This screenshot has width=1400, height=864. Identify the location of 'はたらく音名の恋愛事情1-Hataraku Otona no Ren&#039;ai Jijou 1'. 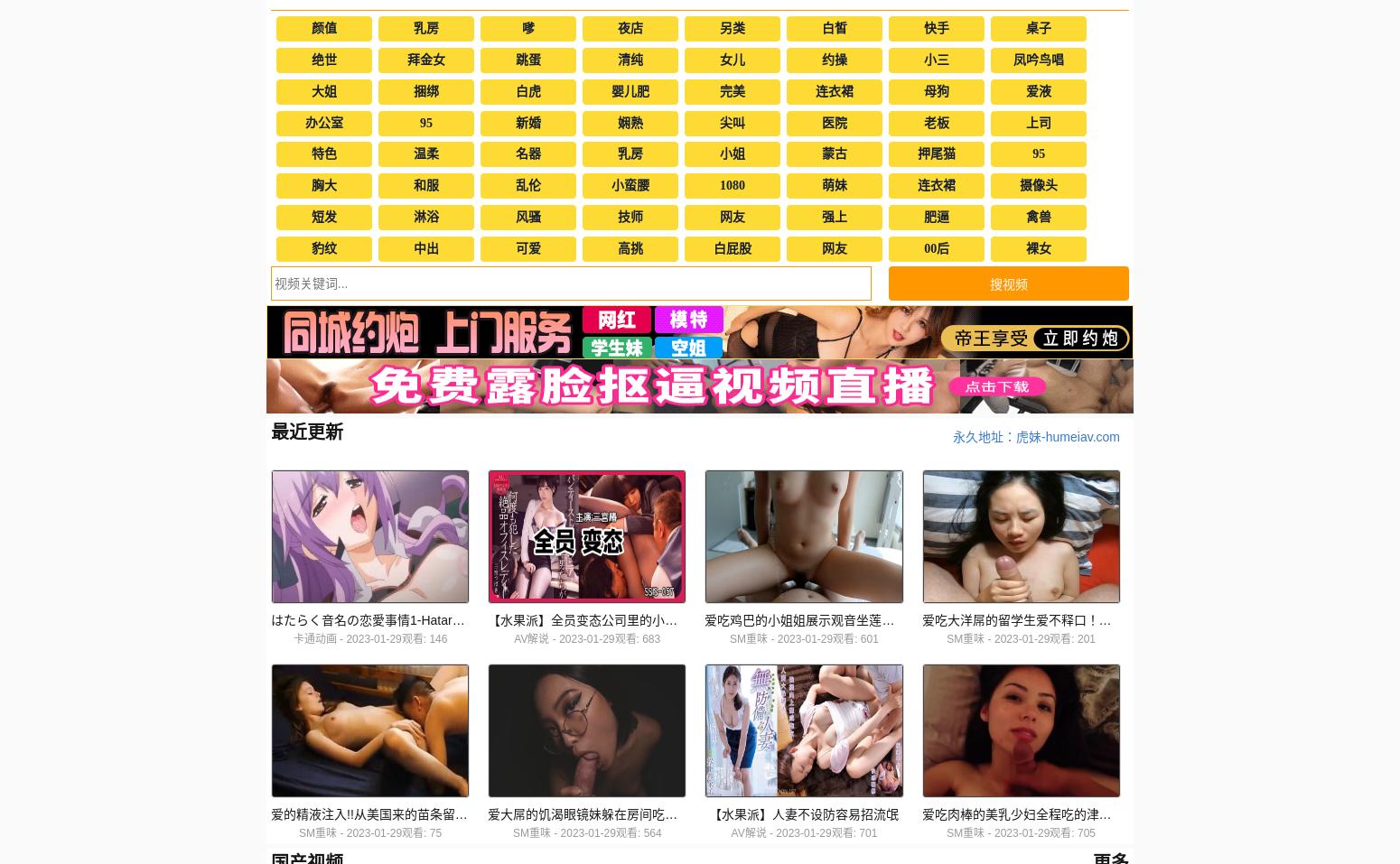
(456, 620).